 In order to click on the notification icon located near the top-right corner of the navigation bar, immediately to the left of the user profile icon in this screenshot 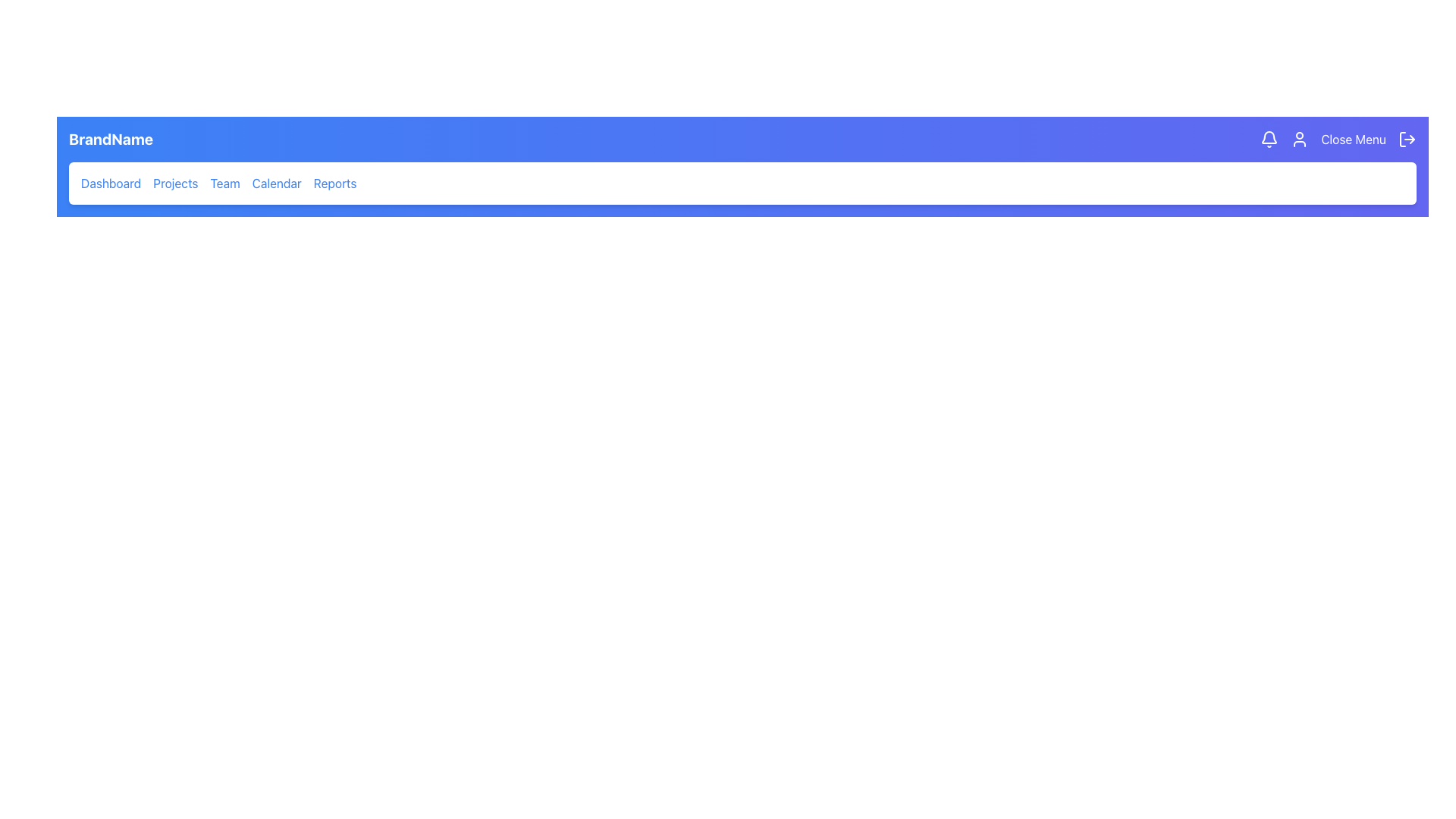, I will do `click(1269, 137)`.